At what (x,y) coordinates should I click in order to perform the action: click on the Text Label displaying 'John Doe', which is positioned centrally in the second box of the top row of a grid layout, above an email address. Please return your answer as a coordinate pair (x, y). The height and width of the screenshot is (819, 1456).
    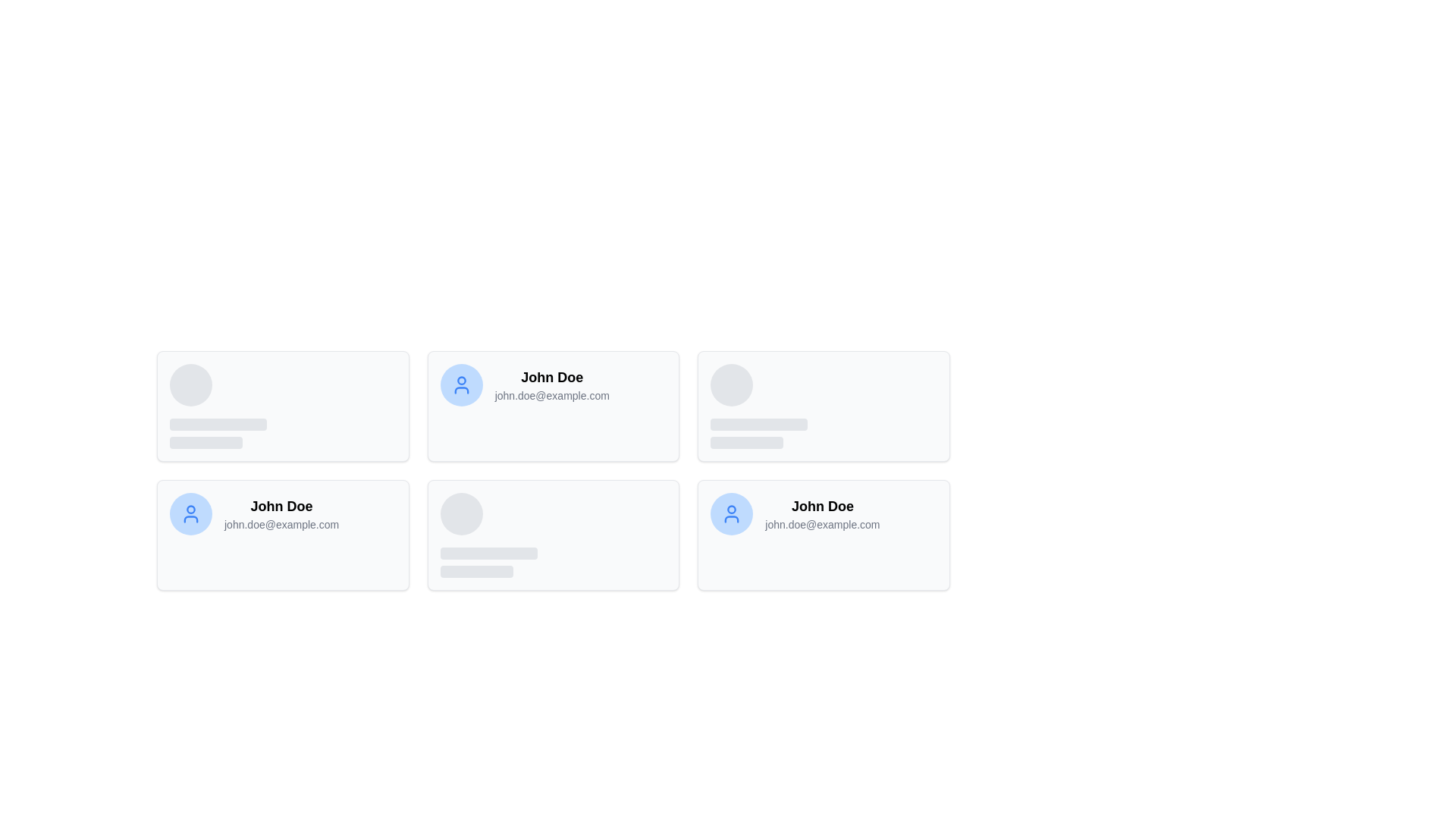
    Looking at the image, I should click on (551, 376).